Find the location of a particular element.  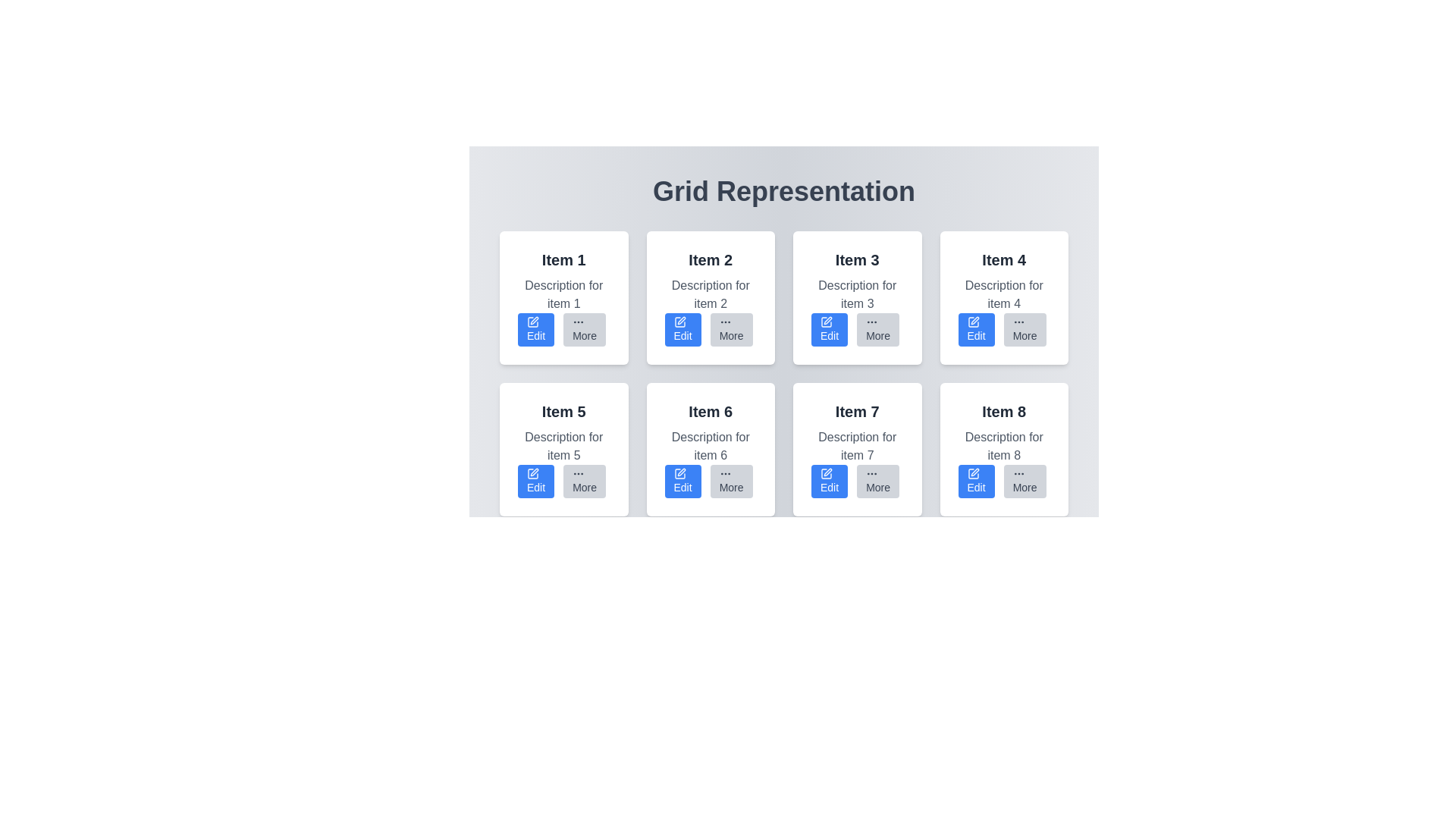

the text component displaying 'Description for item 4' in gray font, which is located under the 'Item 4' title in the fourth grid item of the 'Grid Representation' layout is located at coordinates (1004, 295).